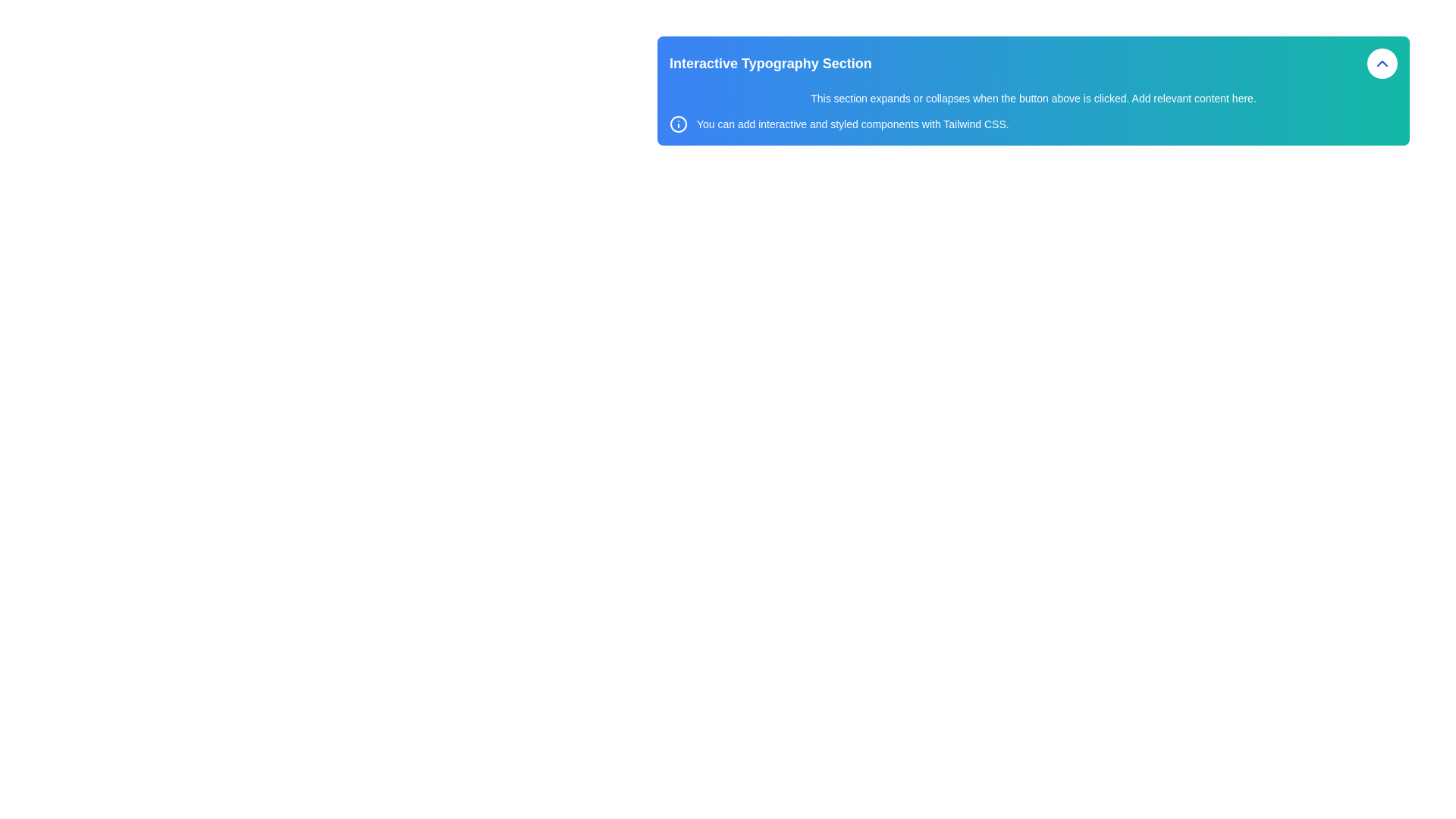 The image size is (1456, 819). What do you see at coordinates (1382, 63) in the screenshot?
I see `the upward chevron icon button located in the top-right corner of a card with a blue-green gradient background` at bounding box center [1382, 63].